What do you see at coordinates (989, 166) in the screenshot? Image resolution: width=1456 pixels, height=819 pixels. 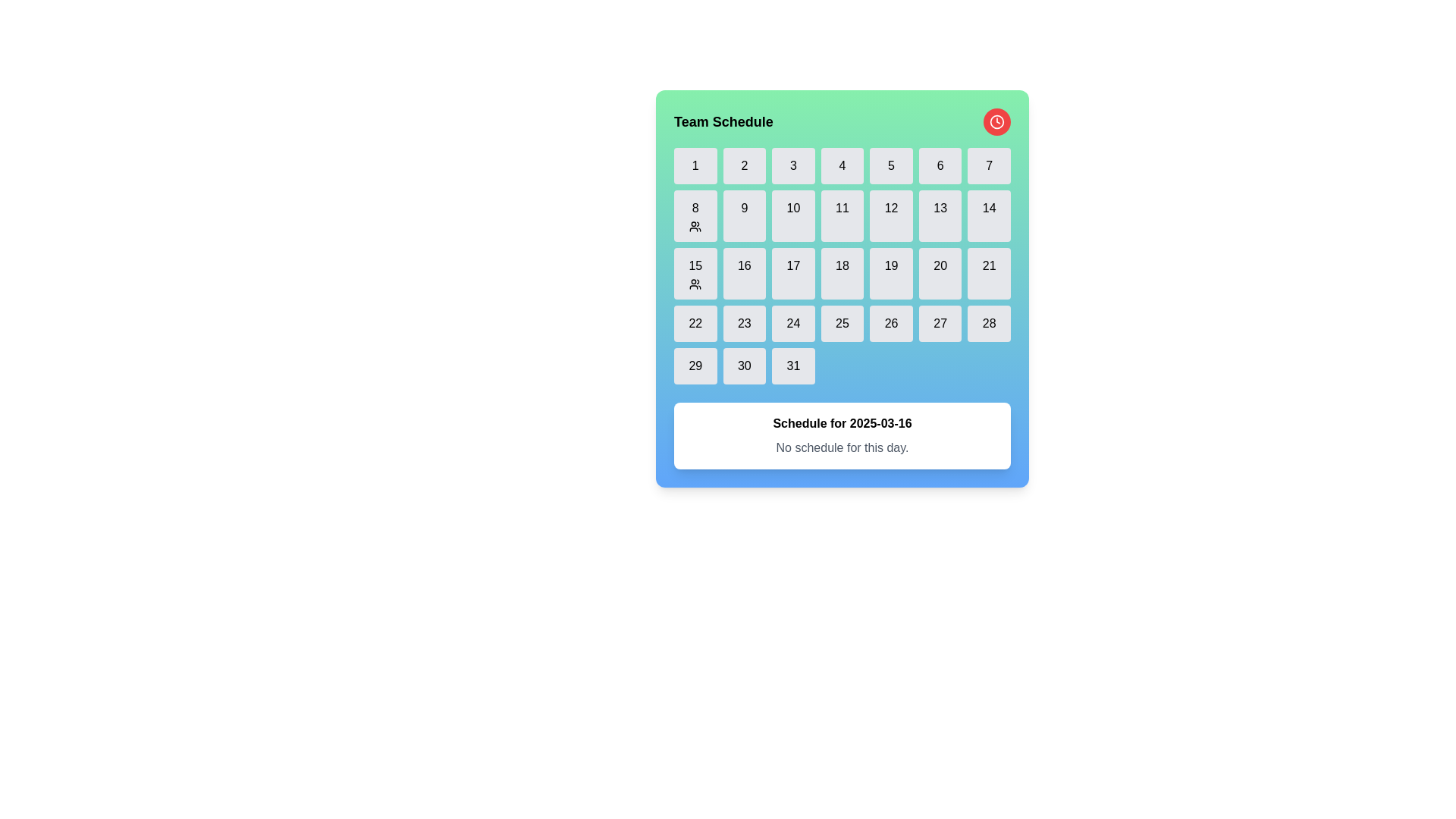 I see `the button representing the seventh day in the calendar grid` at bounding box center [989, 166].